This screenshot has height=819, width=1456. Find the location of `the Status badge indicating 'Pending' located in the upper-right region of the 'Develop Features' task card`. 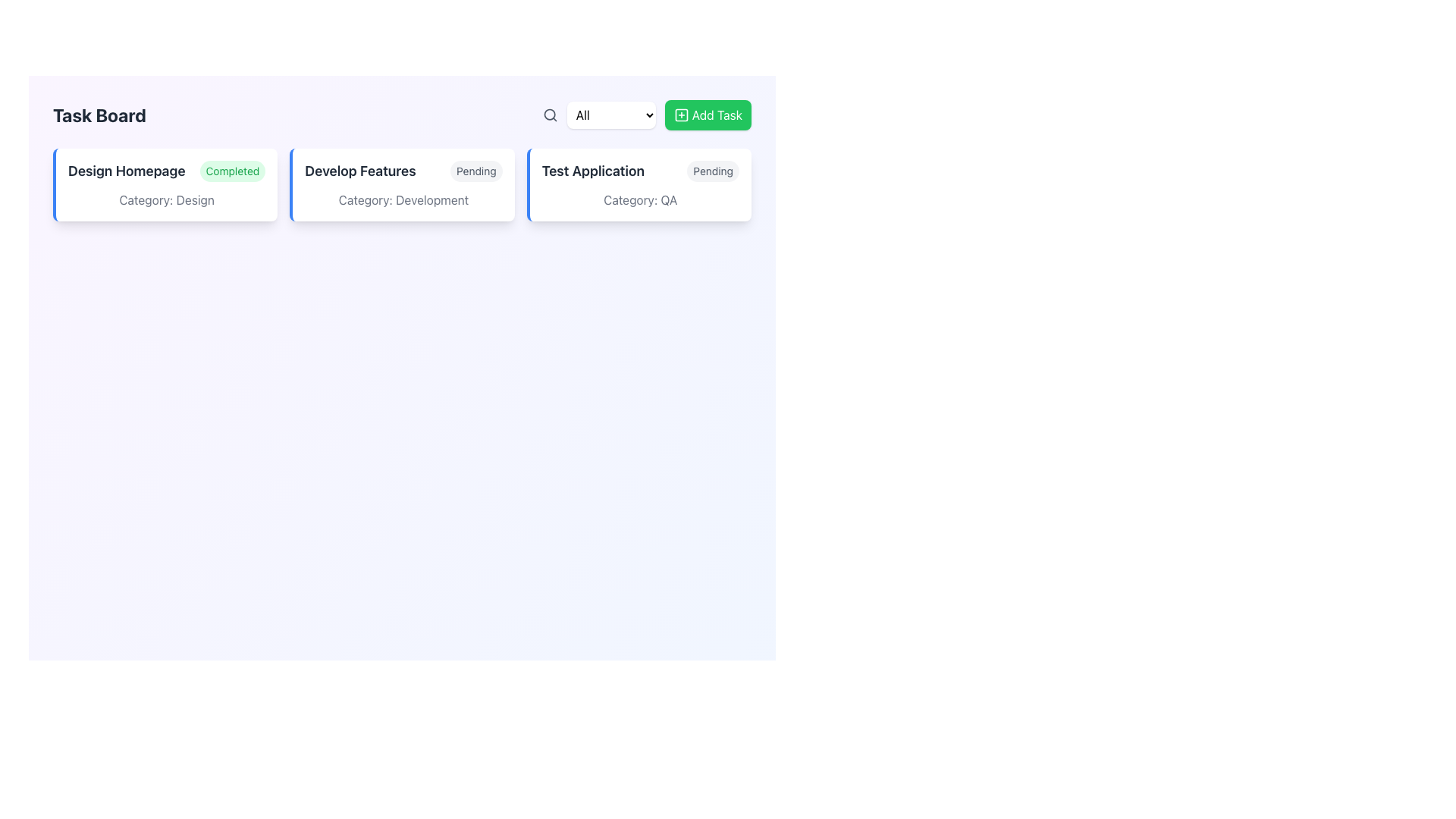

the Status badge indicating 'Pending' located in the upper-right region of the 'Develop Features' task card is located at coordinates (475, 171).